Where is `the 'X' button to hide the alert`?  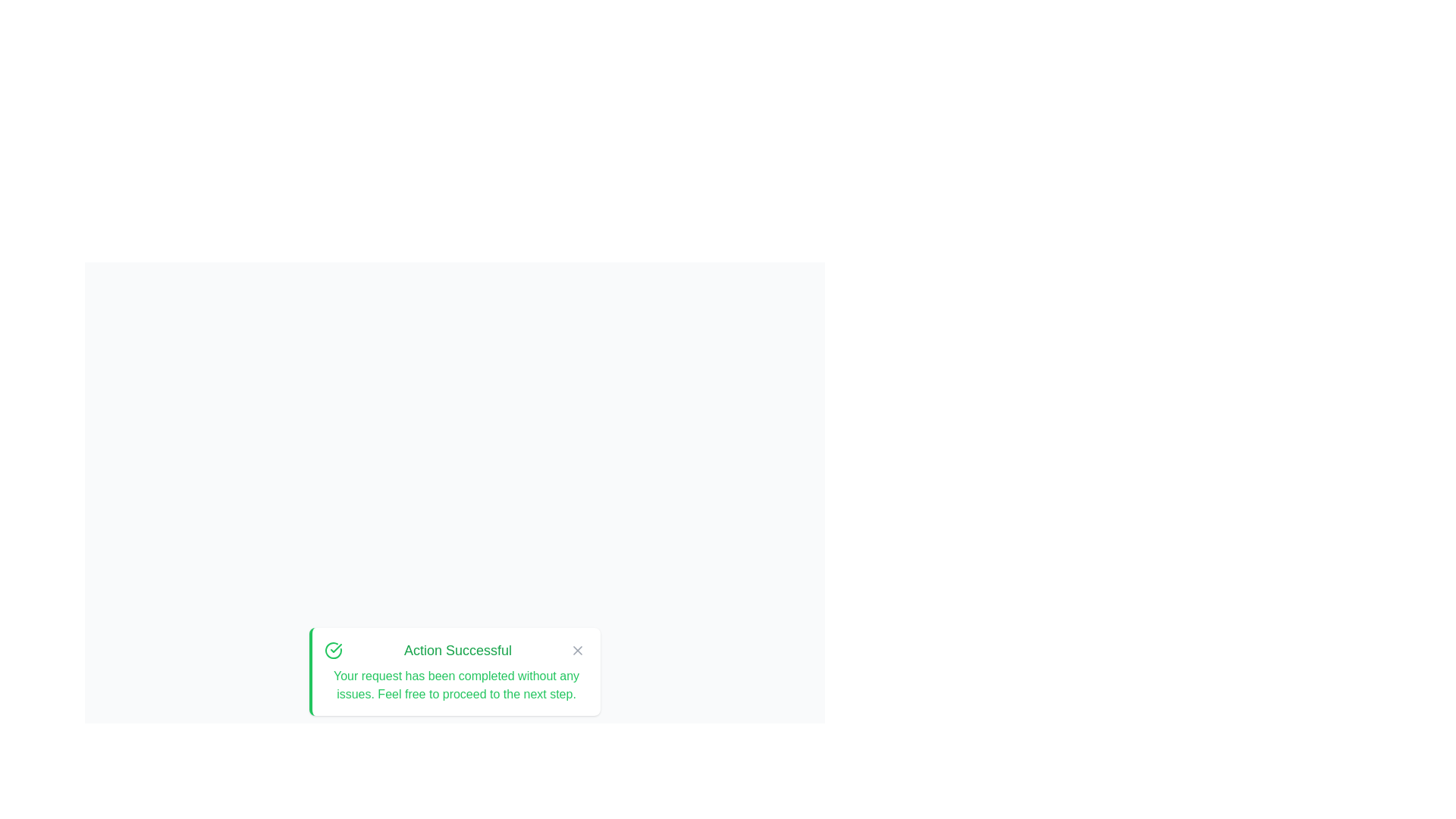
the 'X' button to hide the alert is located at coordinates (577, 649).